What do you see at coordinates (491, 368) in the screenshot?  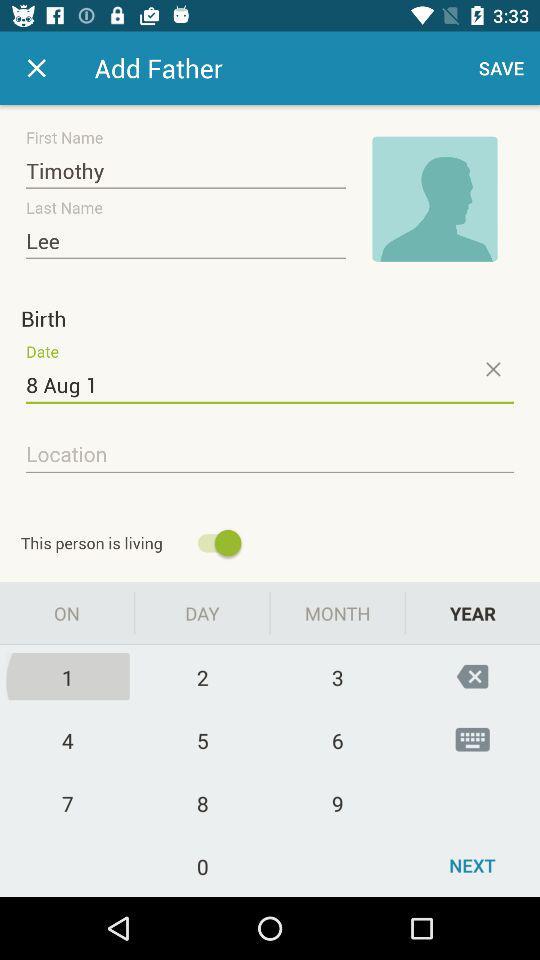 I see `cancel date entry` at bounding box center [491, 368].